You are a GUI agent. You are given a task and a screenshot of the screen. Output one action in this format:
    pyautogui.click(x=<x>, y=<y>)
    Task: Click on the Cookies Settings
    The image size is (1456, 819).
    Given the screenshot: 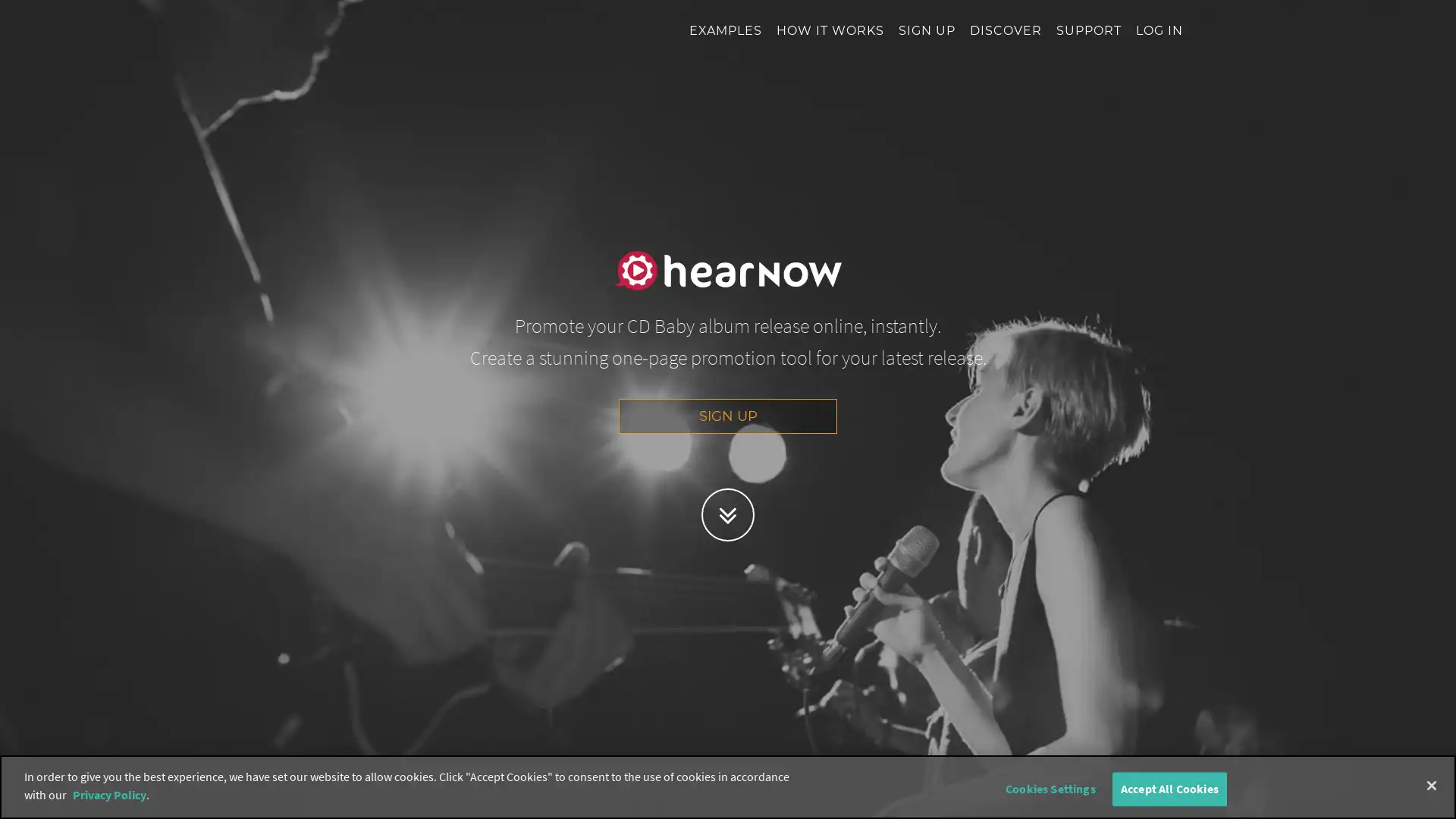 What is the action you would take?
    pyautogui.click(x=1049, y=788)
    